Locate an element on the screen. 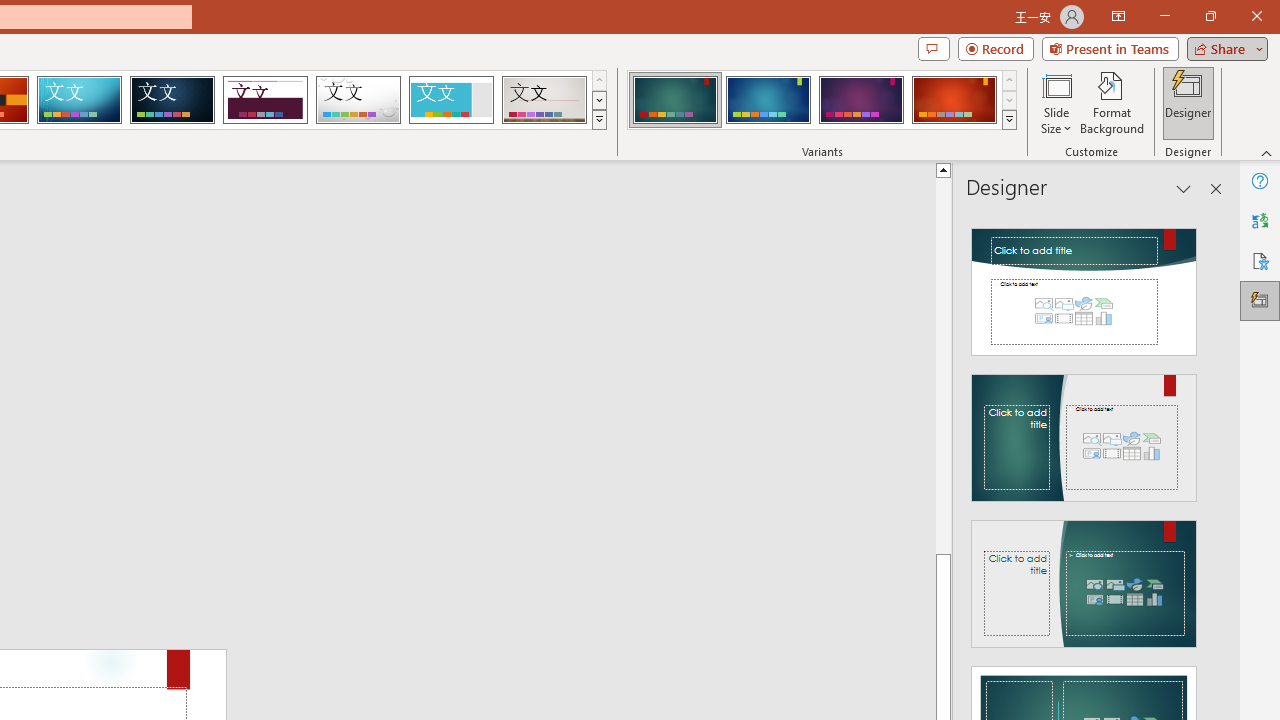  'Format Background' is located at coordinates (1111, 103).